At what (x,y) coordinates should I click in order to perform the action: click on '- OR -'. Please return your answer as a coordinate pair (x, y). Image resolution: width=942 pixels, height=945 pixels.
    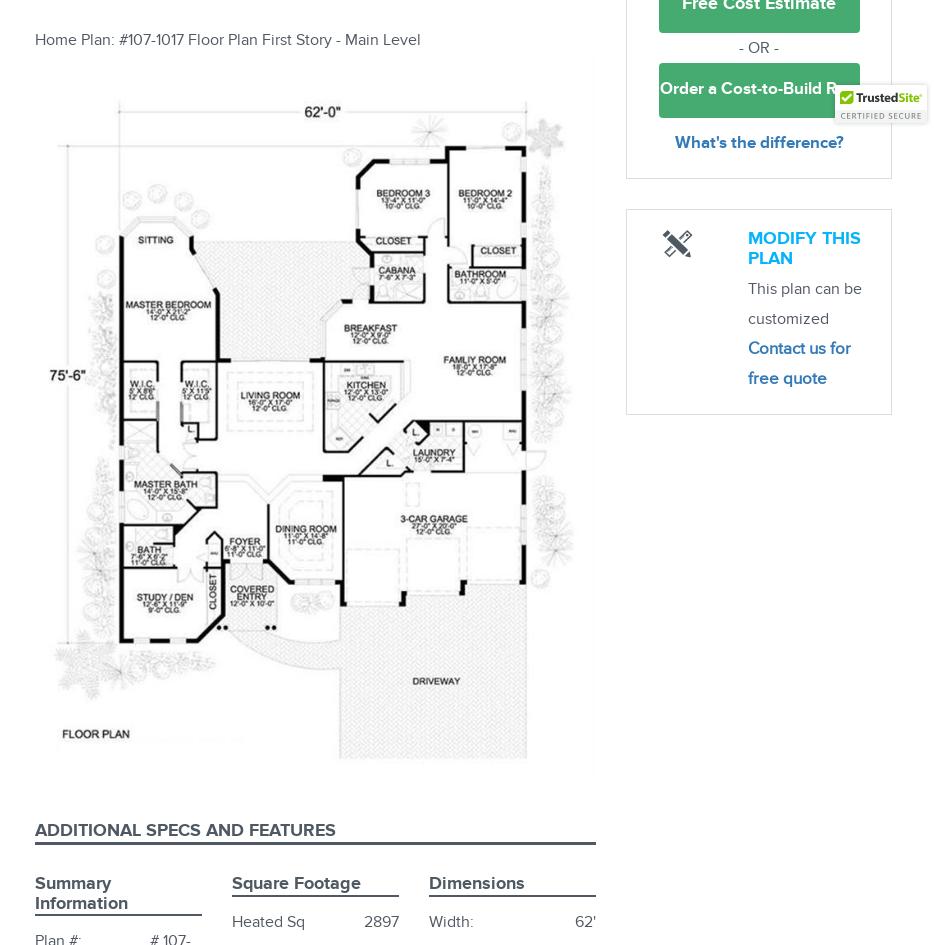
    Looking at the image, I should click on (737, 46).